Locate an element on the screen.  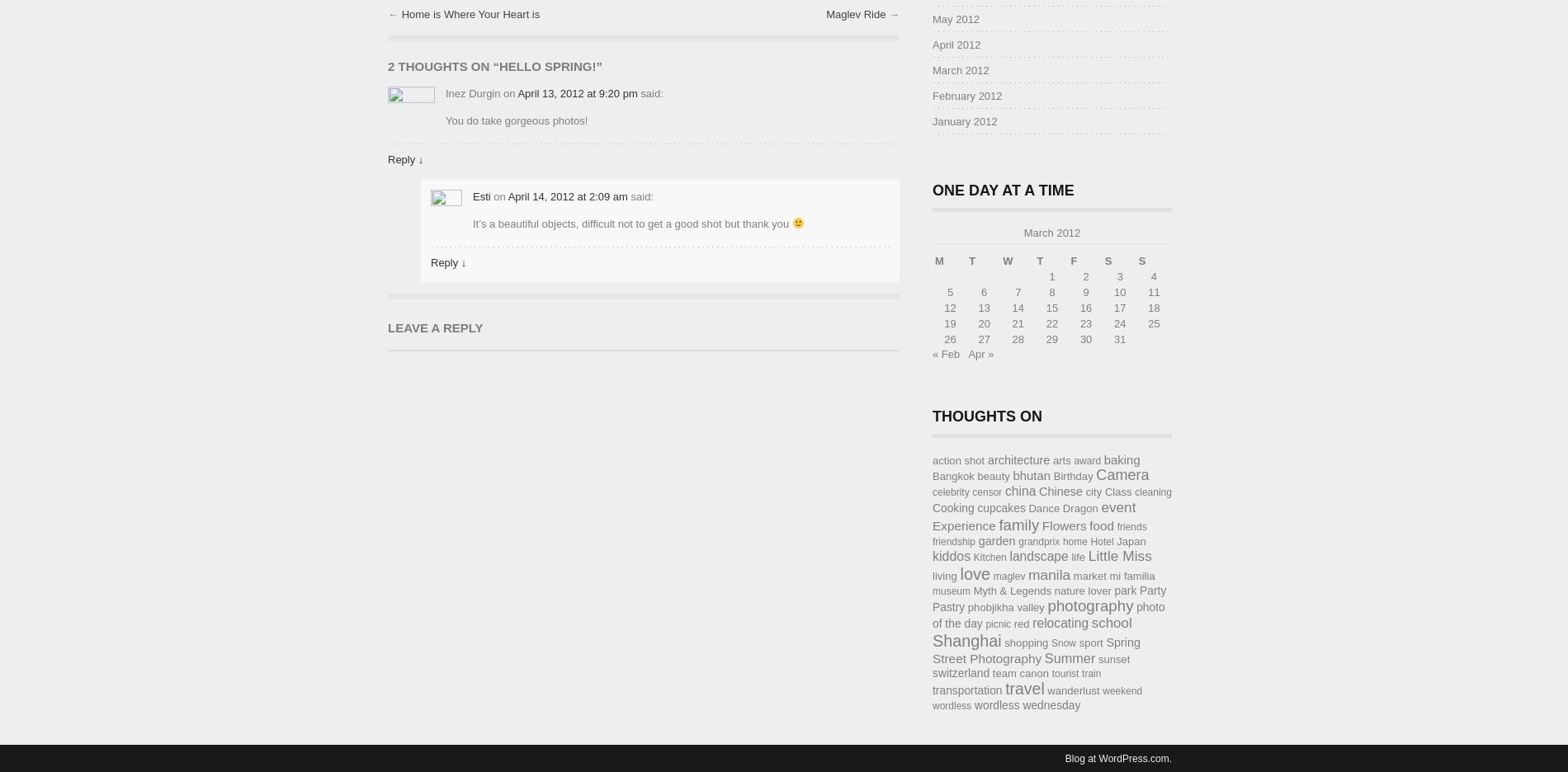
'Blog at WordPress.com.' is located at coordinates (1117, 757).